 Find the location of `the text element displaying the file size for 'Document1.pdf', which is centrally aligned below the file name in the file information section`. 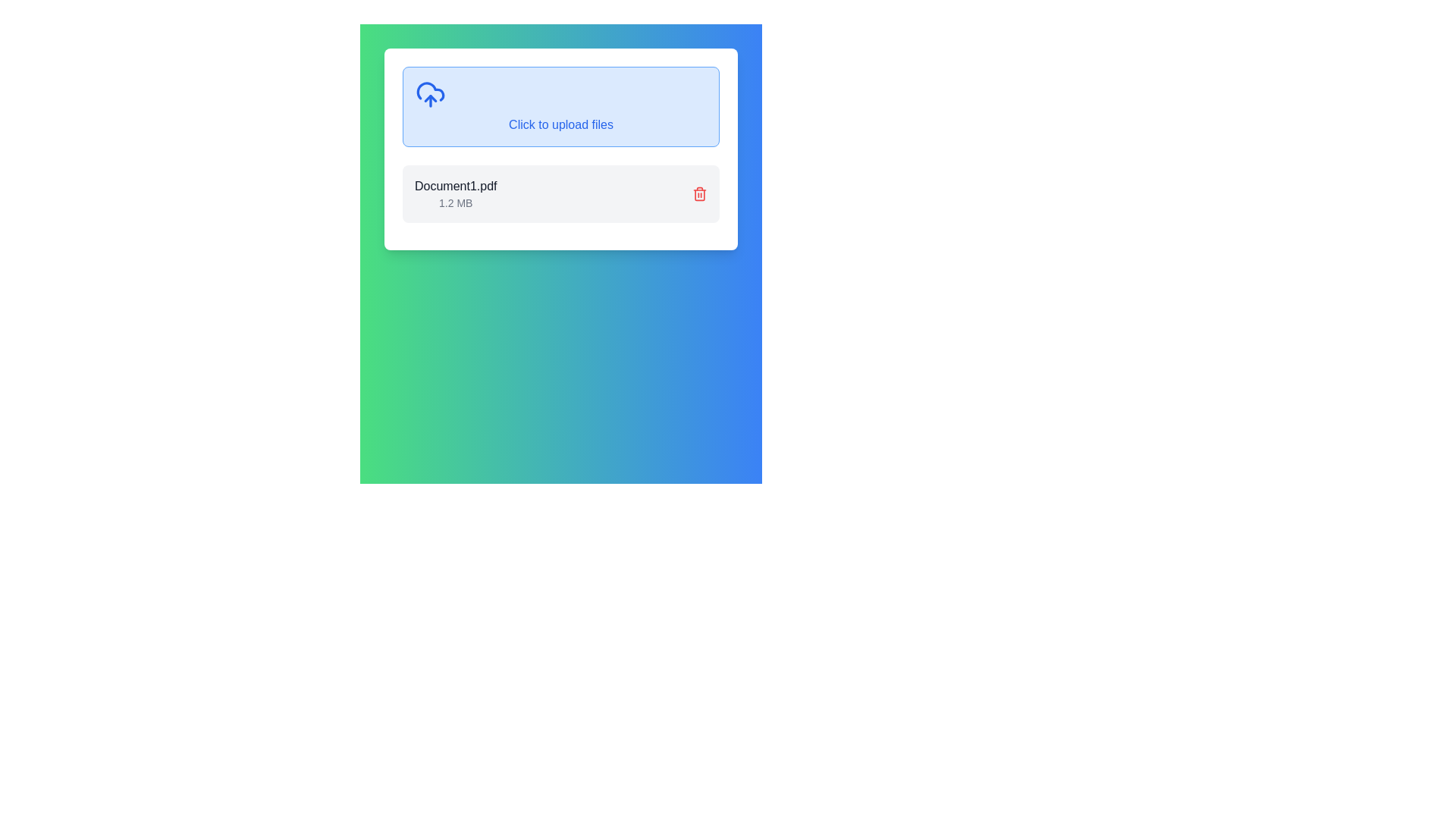

the text element displaying the file size for 'Document1.pdf', which is centrally aligned below the file name in the file information section is located at coordinates (455, 202).